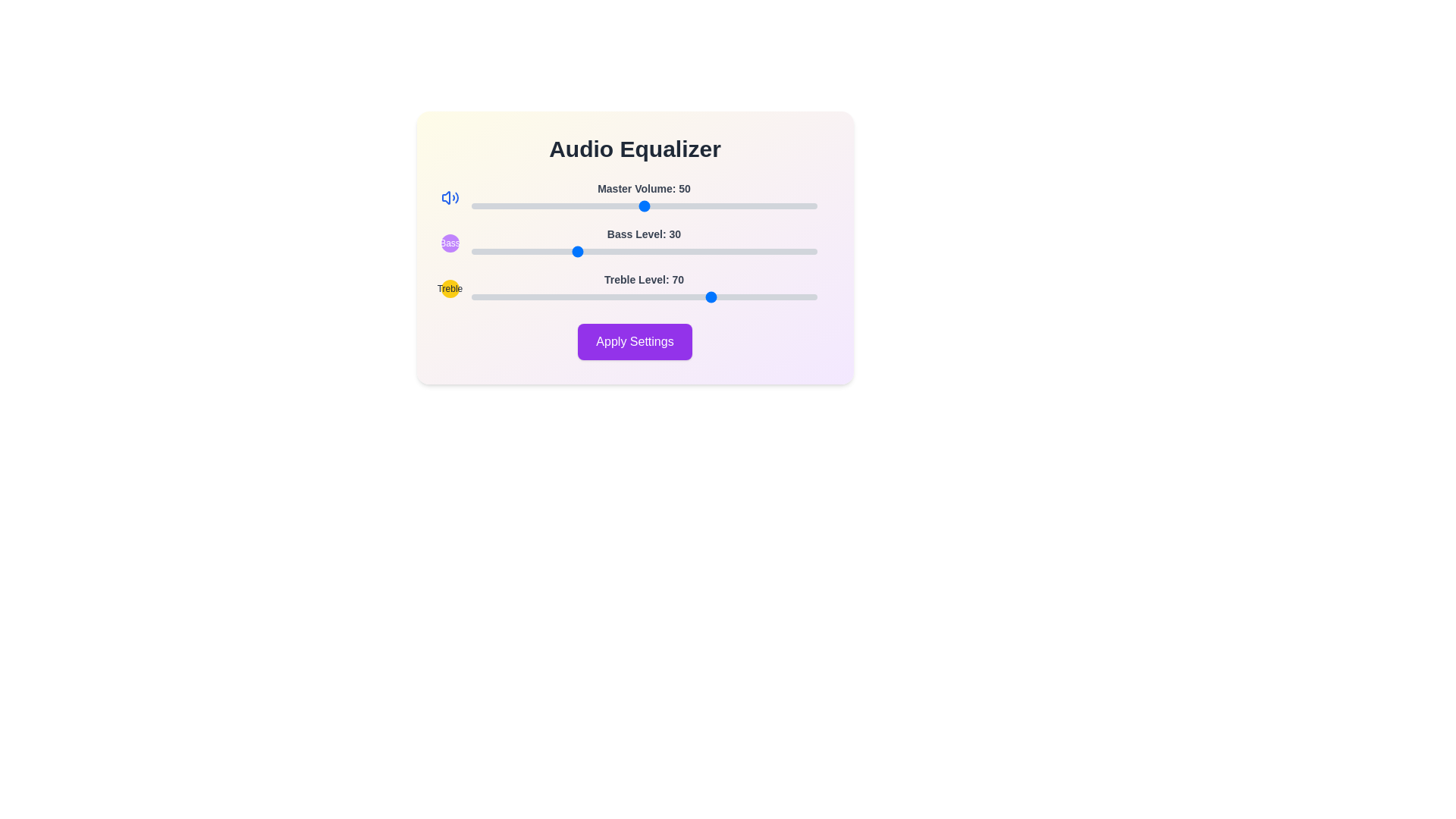  Describe the element at coordinates (712, 250) in the screenshot. I see `bass level` at that location.